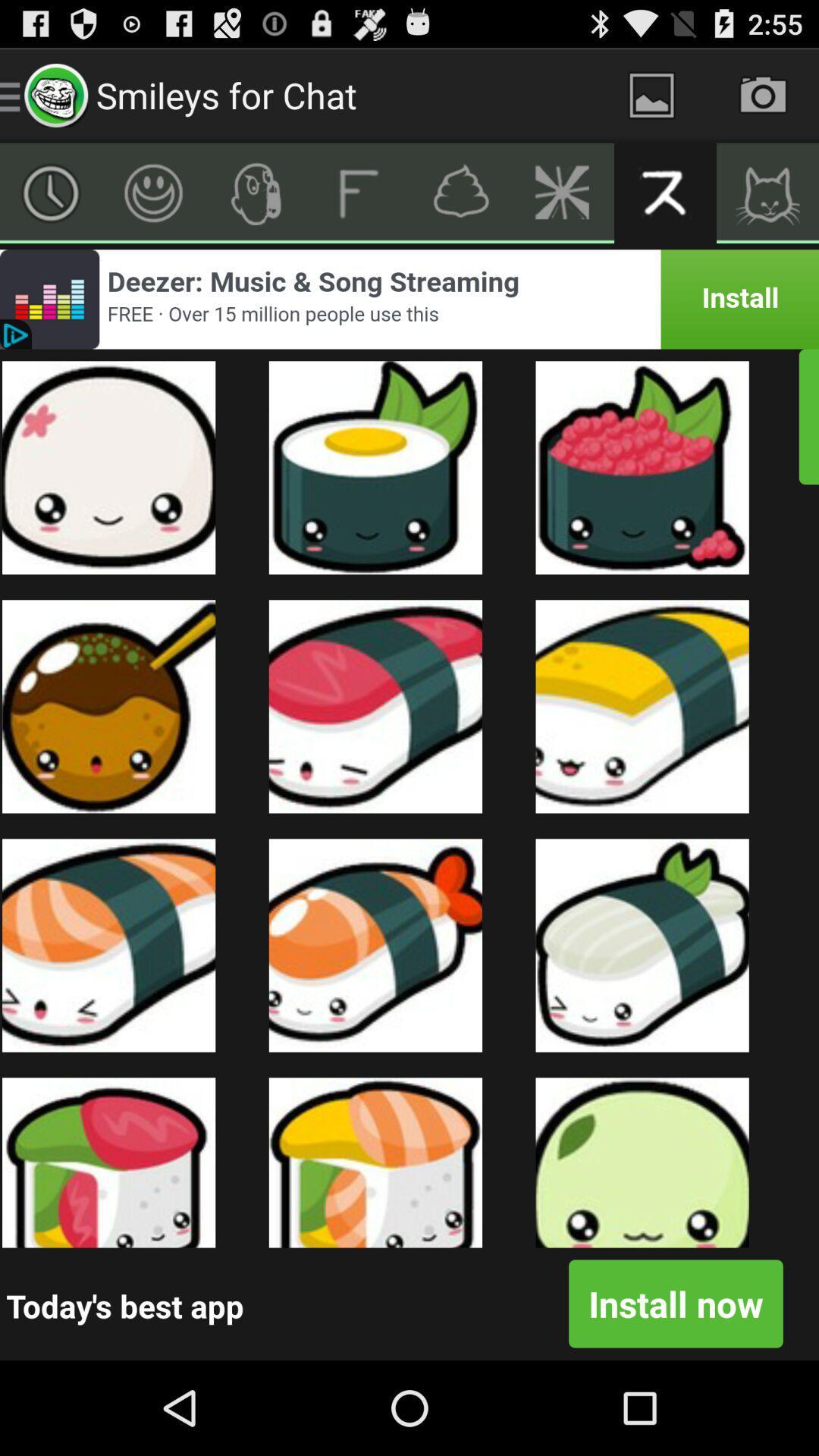 The image size is (819, 1456). Describe the element at coordinates (651, 94) in the screenshot. I see `photos button` at that location.